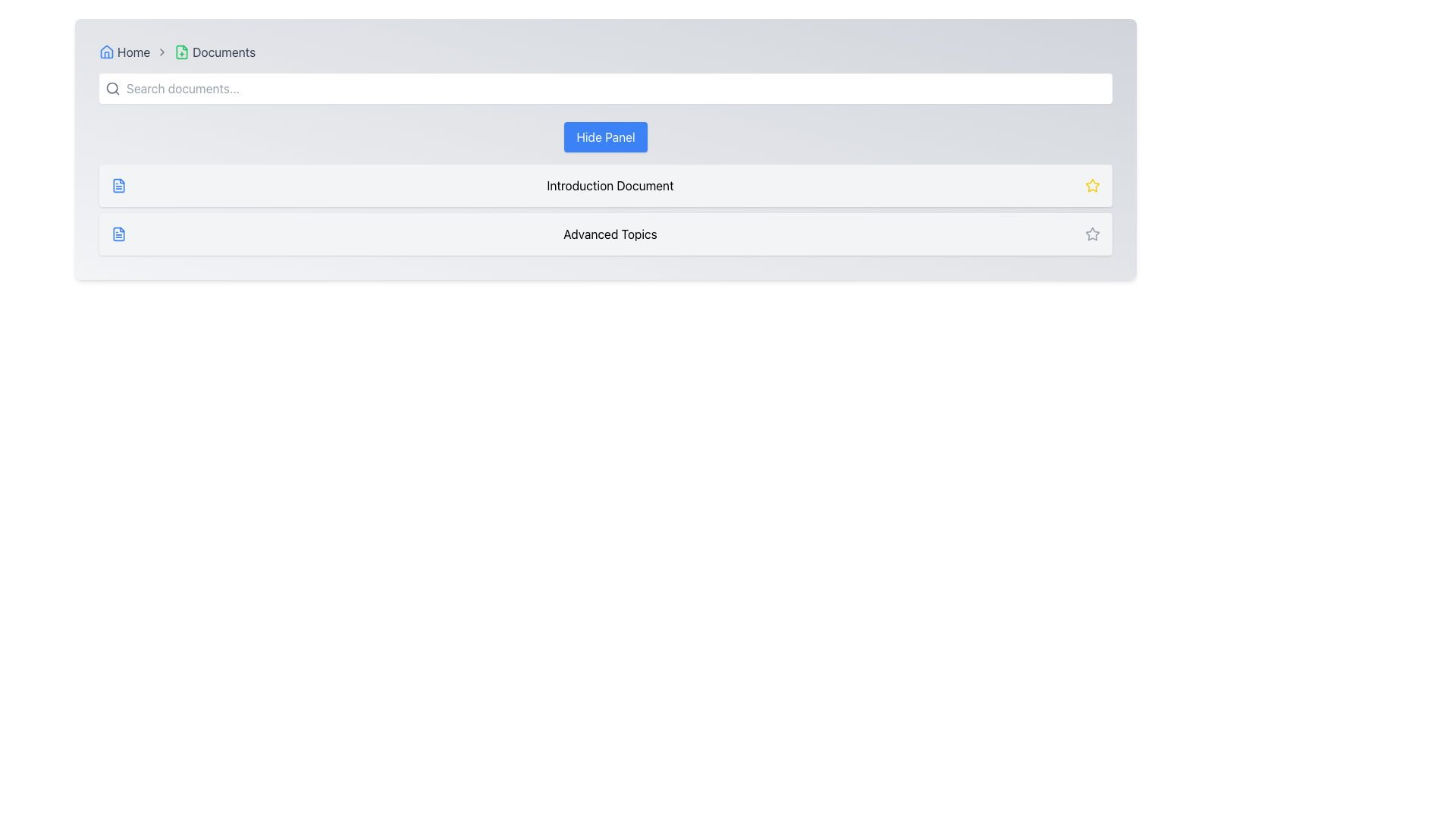 This screenshot has width=1456, height=819. What do you see at coordinates (182, 52) in the screenshot?
I see `the icon indicating the creation or addition of a new document, which is located to the left of the 'Documents' text in the breadcrumb navigation bar` at bounding box center [182, 52].